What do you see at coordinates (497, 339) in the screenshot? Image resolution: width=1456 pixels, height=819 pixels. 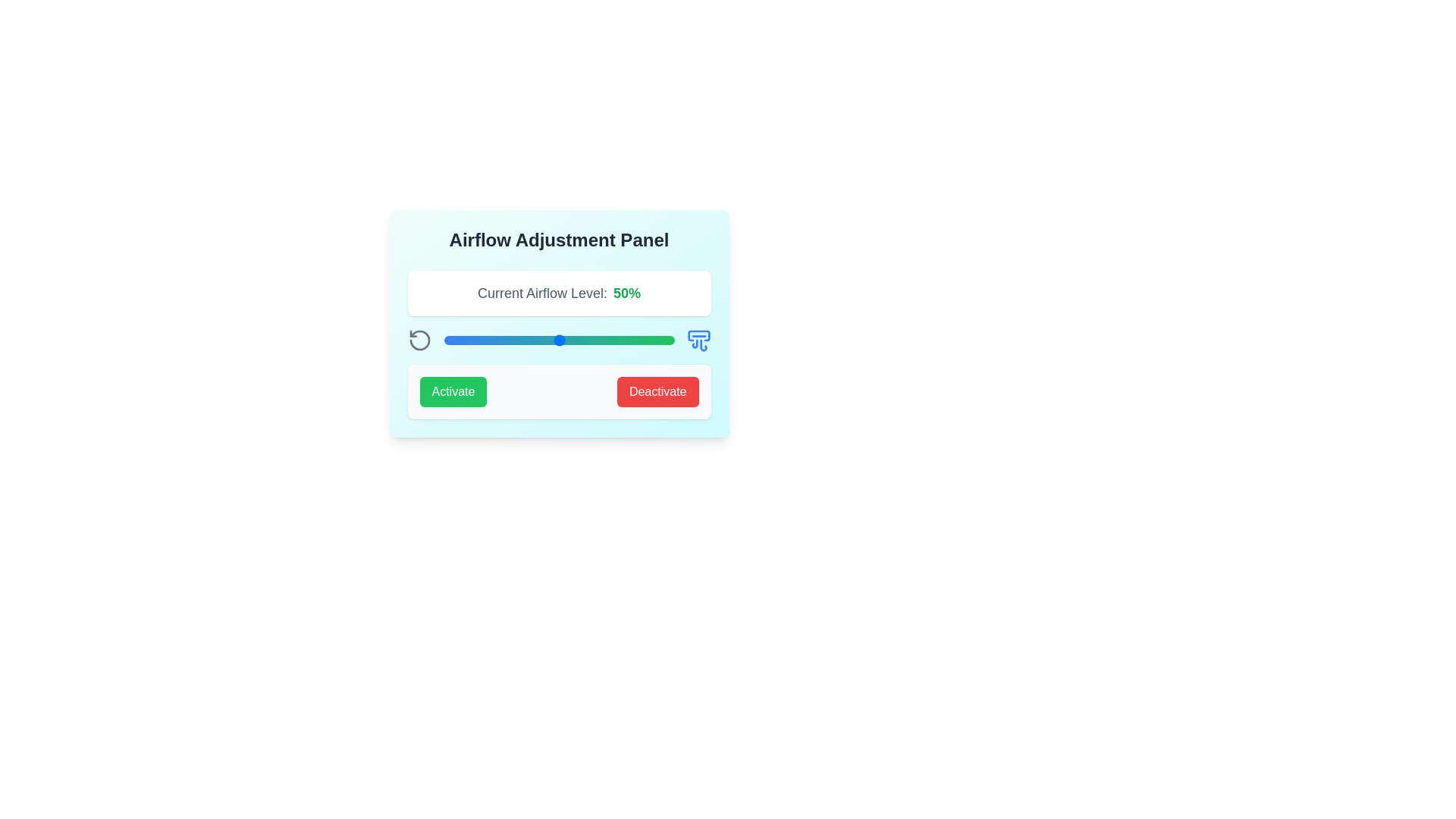 I see `the airflow level to 23% by moving the slider` at bounding box center [497, 339].